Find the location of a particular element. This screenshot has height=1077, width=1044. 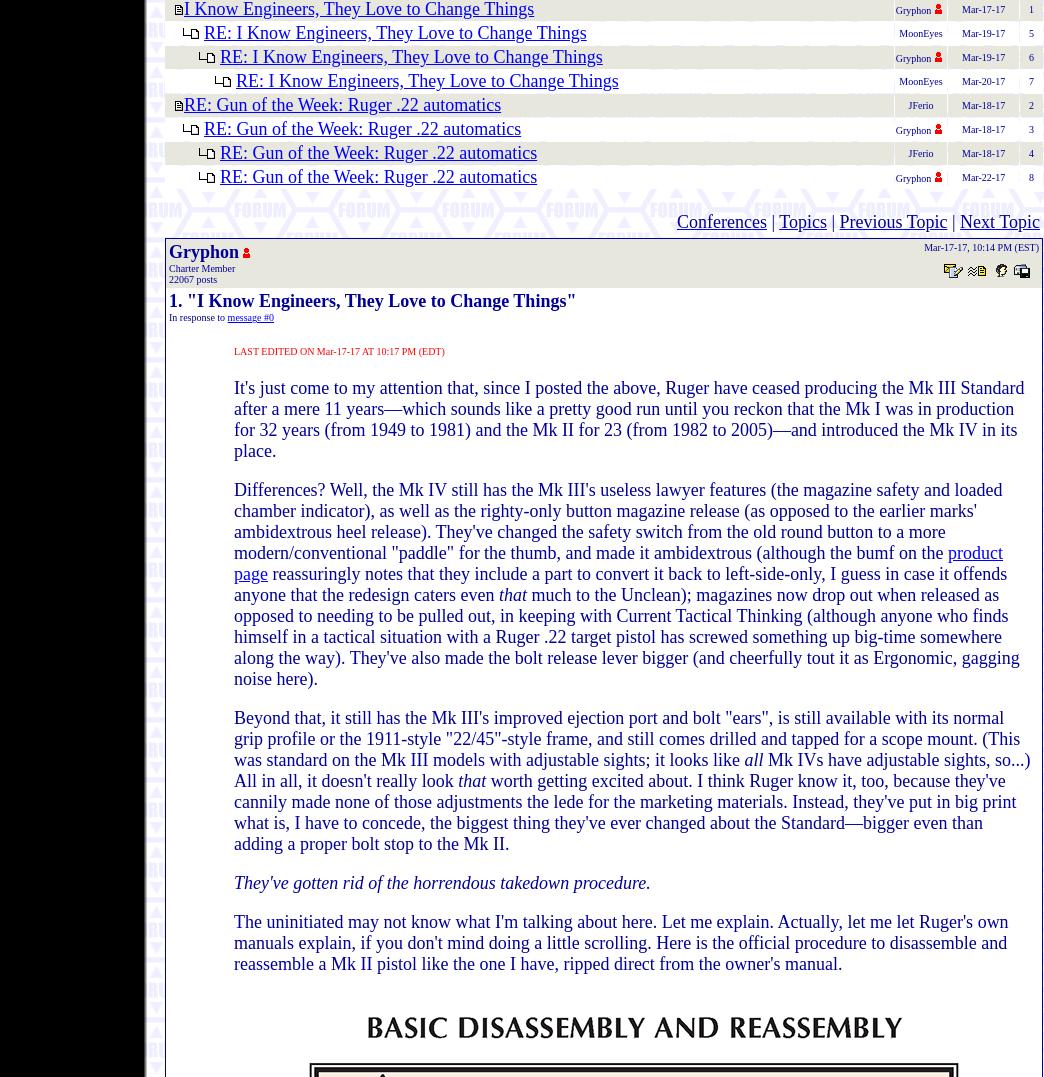

'Conferences' is located at coordinates (674, 221).